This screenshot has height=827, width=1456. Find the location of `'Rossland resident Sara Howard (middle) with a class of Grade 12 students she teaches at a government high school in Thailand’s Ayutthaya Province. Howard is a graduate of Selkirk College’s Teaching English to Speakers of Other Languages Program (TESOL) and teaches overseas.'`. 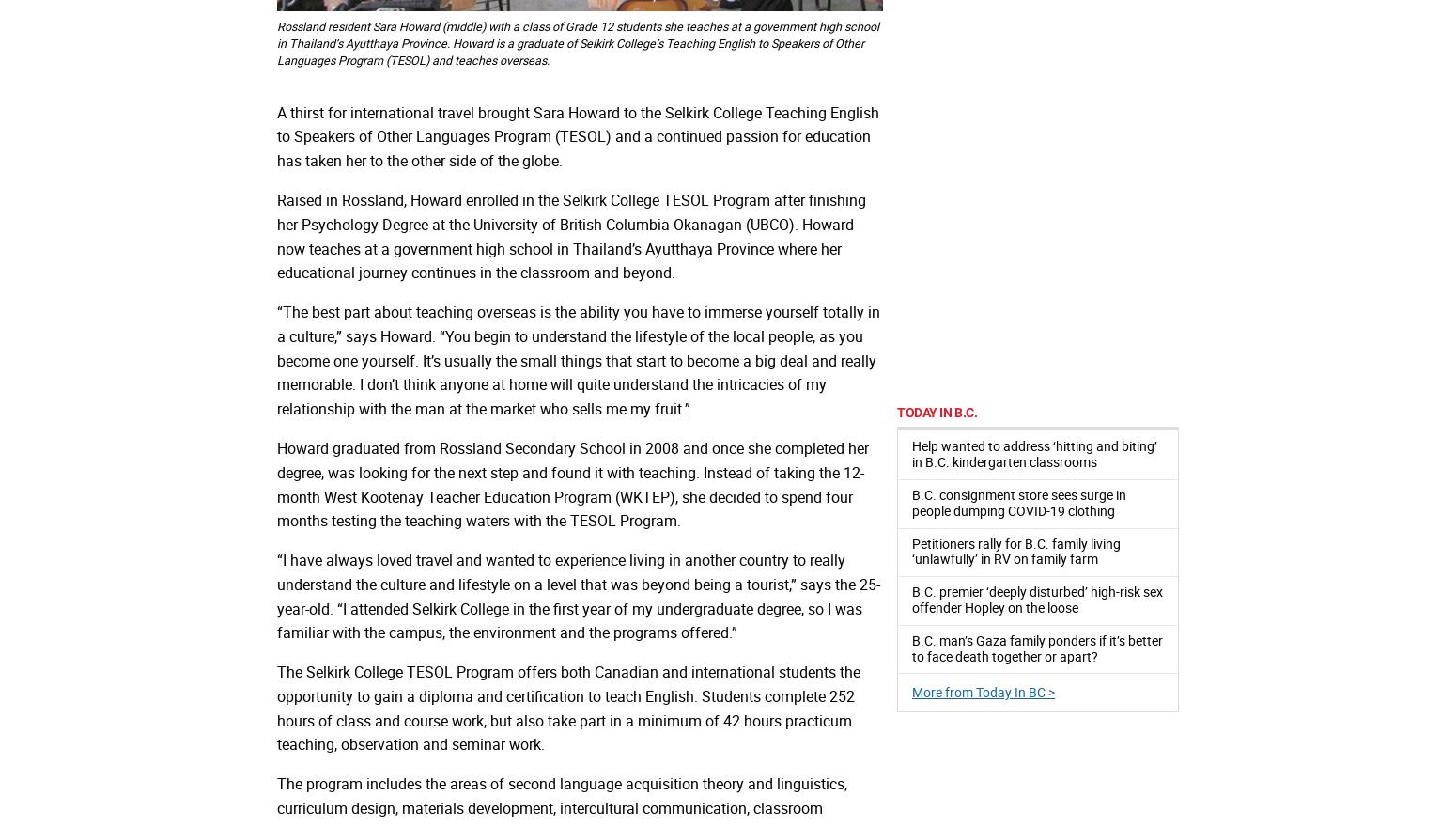

'Rossland resident Sara Howard (middle) with a class of Grade 12 students she teaches at a government high school in Thailand’s Ayutthaya Province. Howard is a graduate of Selkirk College’s Teaching English to Speakers of Other Languages Program (TESOL) and teaches overseas.' is located at coordinates (578, 42).